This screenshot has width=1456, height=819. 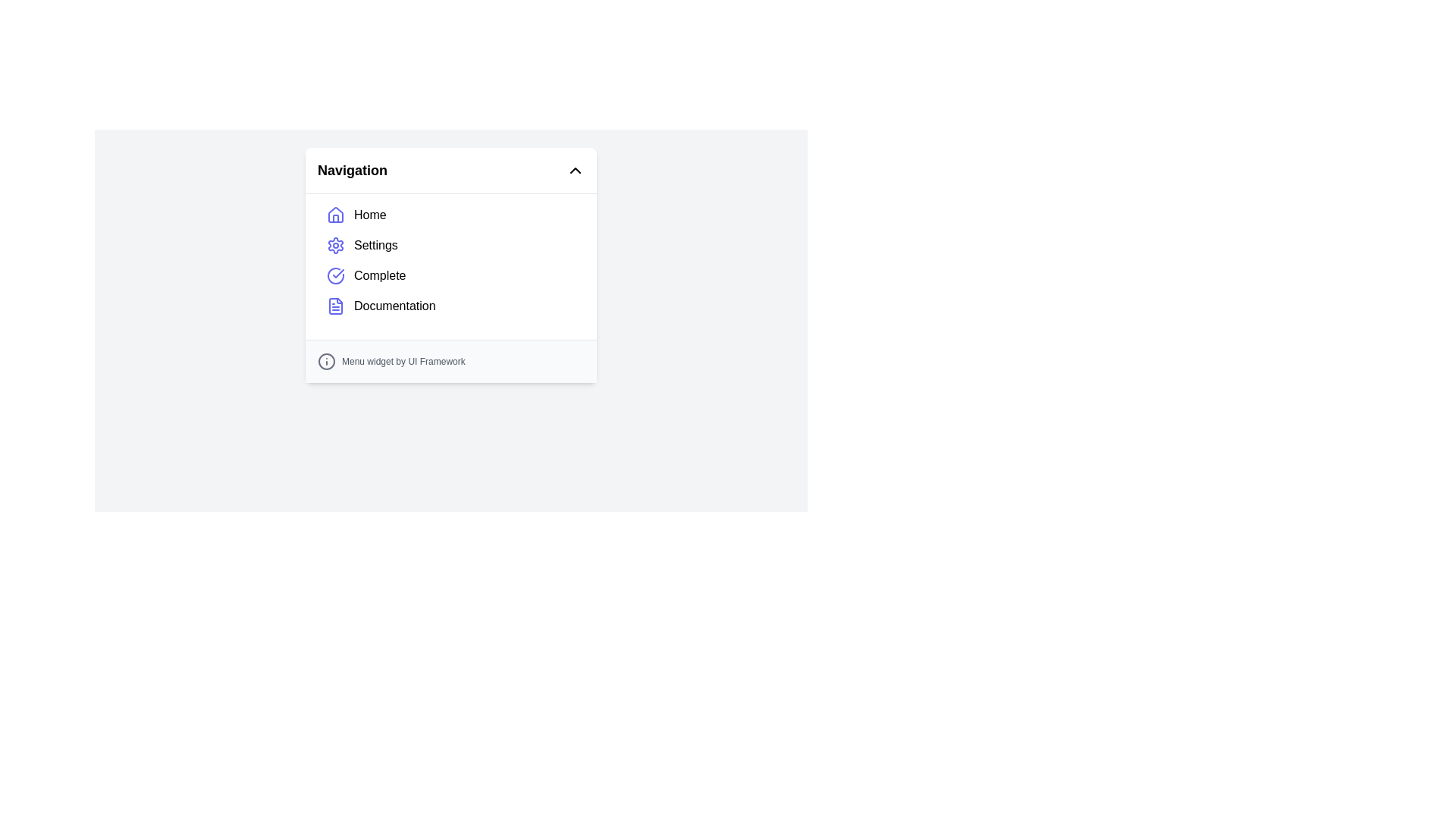 I want to click on the upper circular part of the SVG icon representing the 'Complete' menu item in the navigation menu, so click(x=334, y=275).